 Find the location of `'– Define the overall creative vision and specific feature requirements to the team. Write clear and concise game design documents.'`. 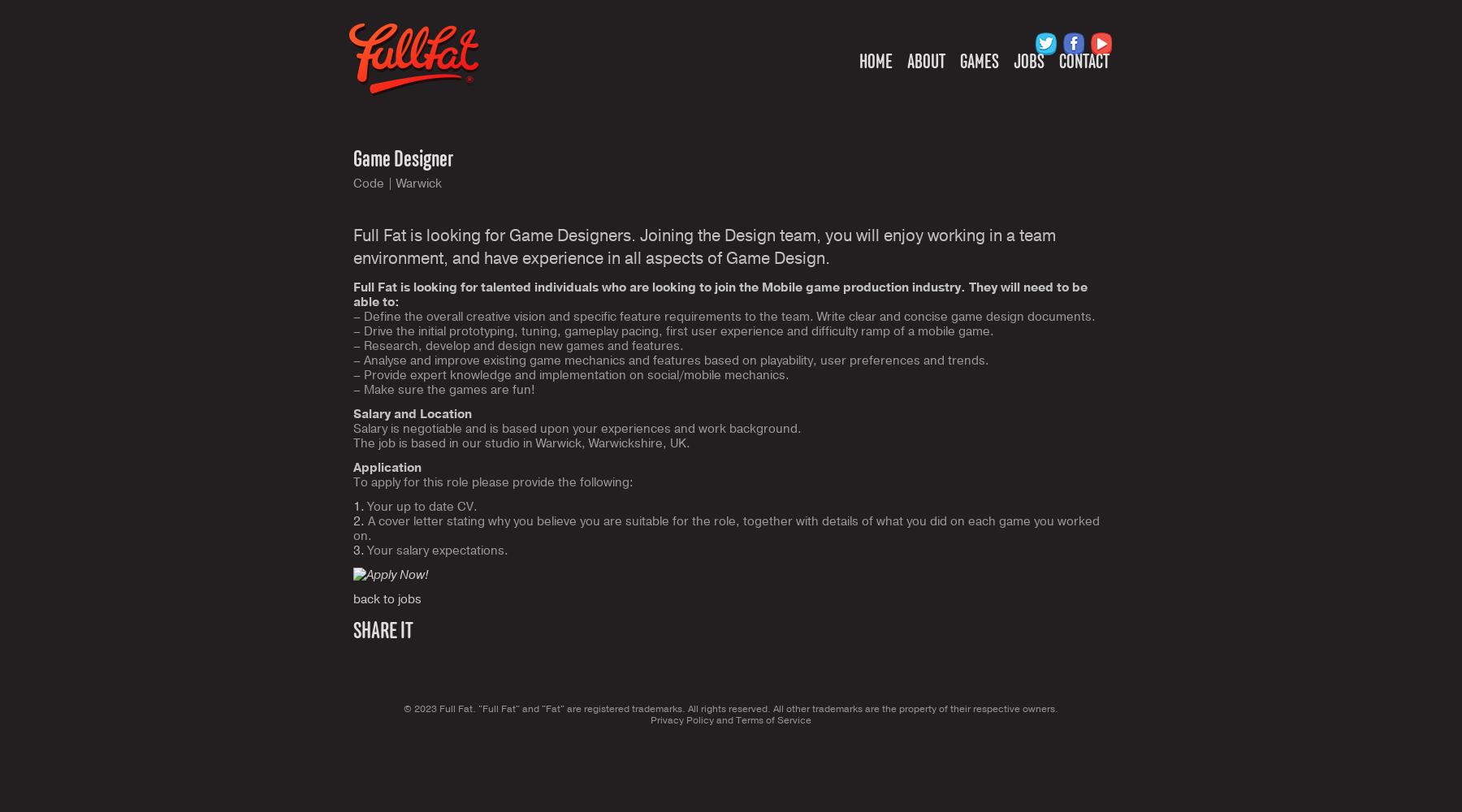

'– Define the overall creative vision and specific feature requirements to the team. Write clear and concise game design documents.' is located at coordinates (353, 317).